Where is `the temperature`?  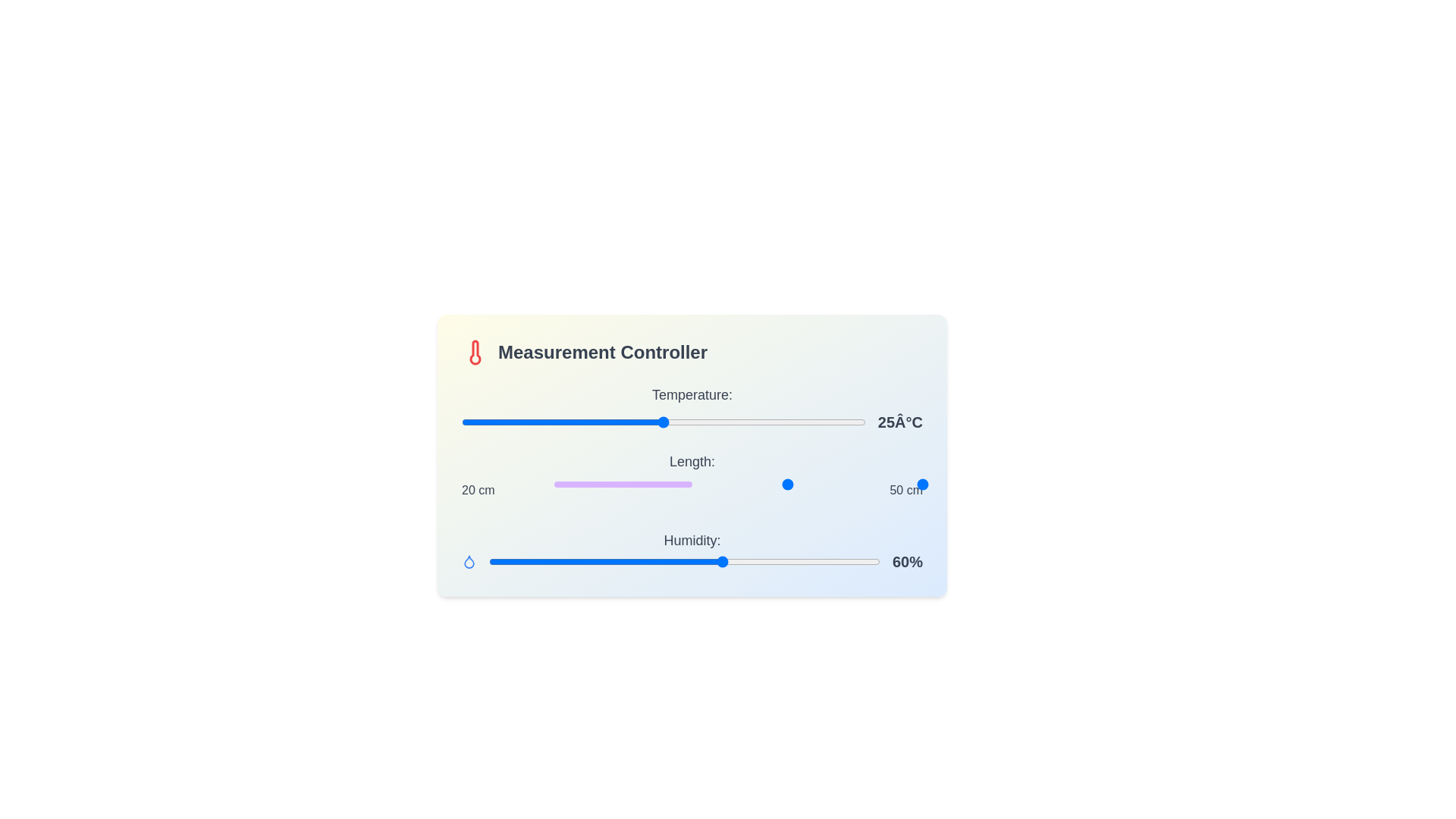
the temperature is located at coordinates (550, 422).